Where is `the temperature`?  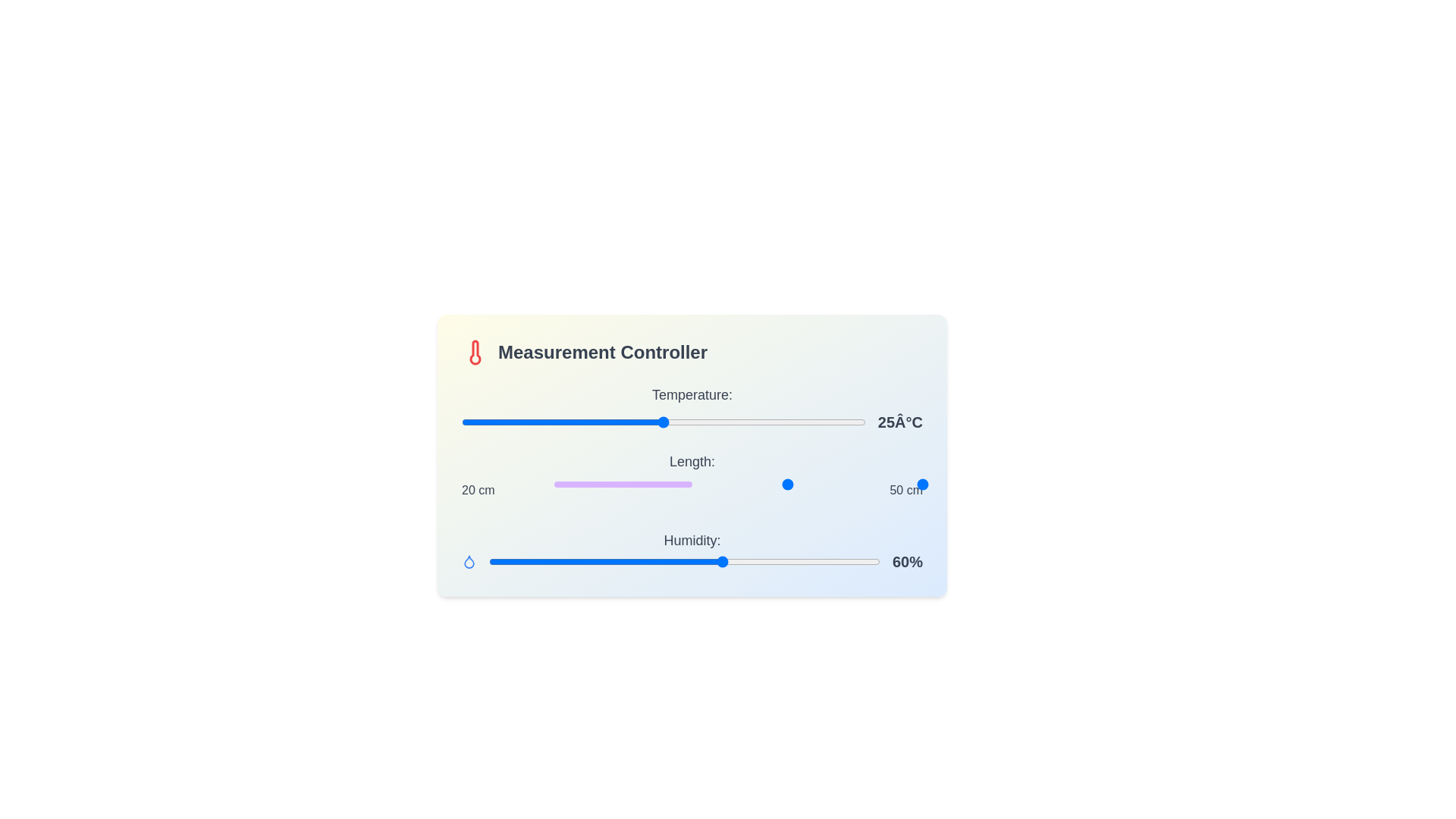
the temperature is located at coordinates (550, 422).